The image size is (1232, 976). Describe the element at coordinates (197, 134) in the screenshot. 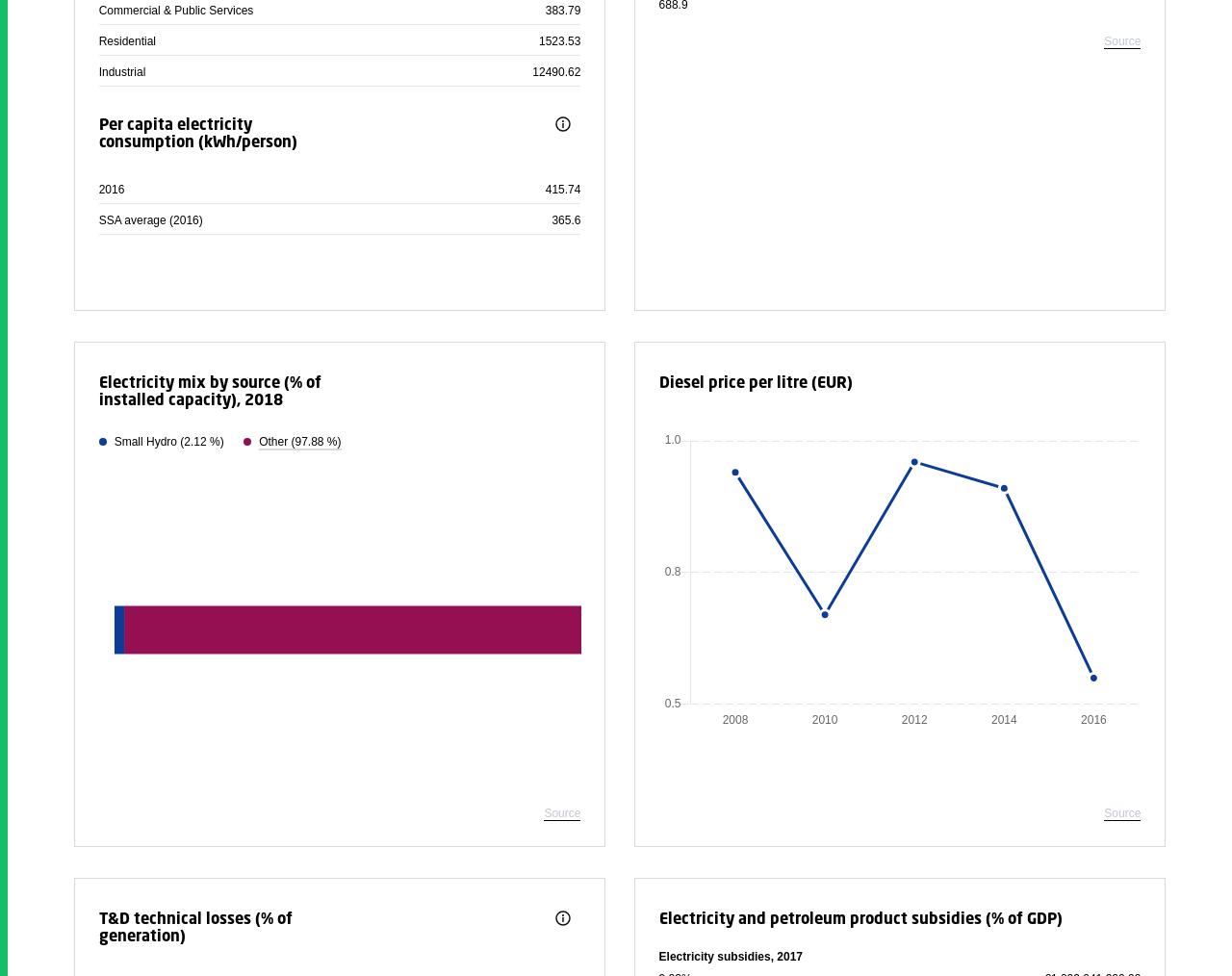

I see `'Per capita electricity consumption (kWh/person)'` at that location.